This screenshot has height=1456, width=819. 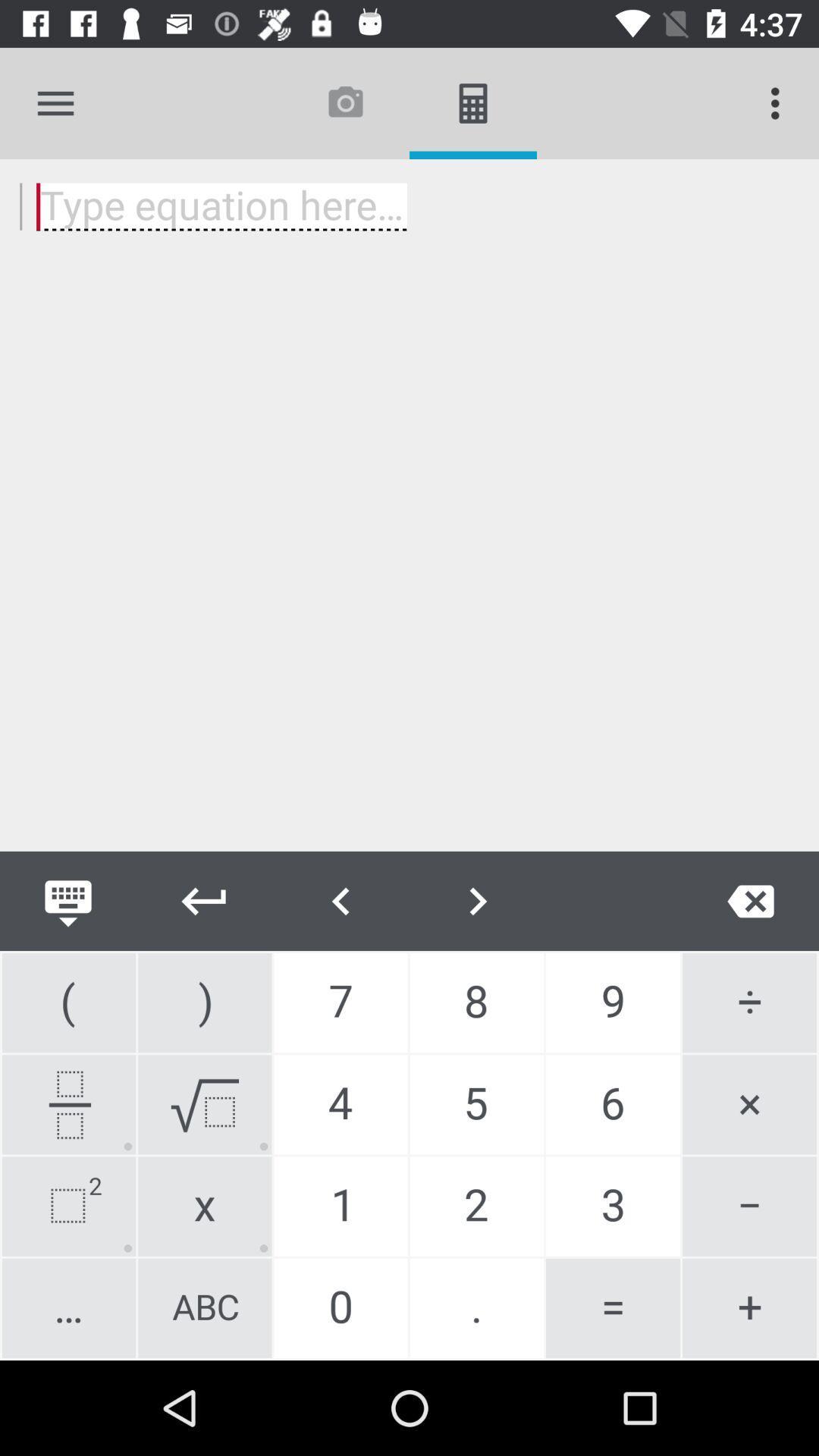 What do you see at coordinates (55, 102) in the screenshot?
I see `open menu` at bounding box center [55, 102].